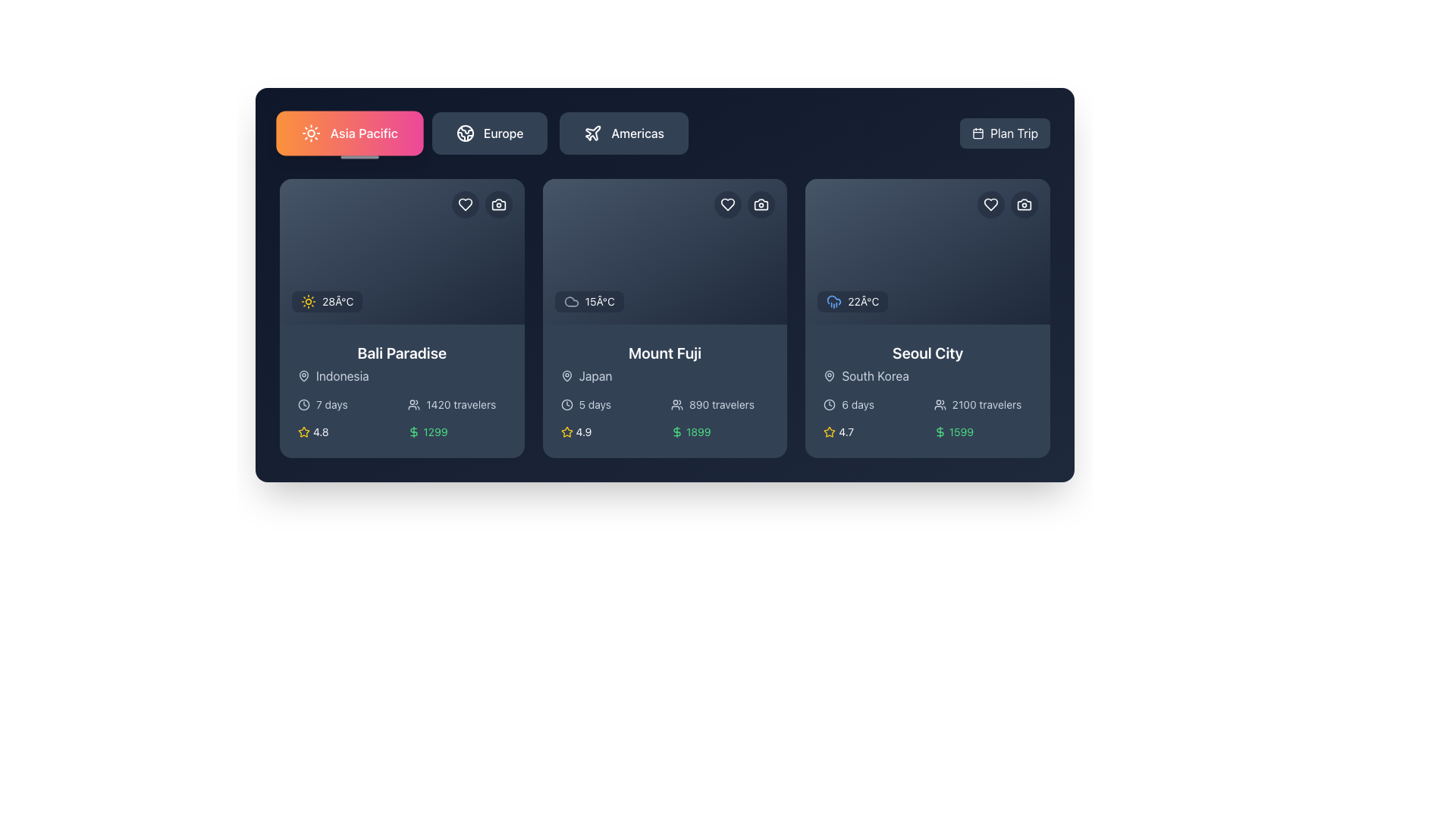 The width and height of the screenshot is (1456, 819). I want to click on the navigation button for the Americas, which is the third button in a horizontal group of three buttons at the top of the central interface section, so click(624, 133).